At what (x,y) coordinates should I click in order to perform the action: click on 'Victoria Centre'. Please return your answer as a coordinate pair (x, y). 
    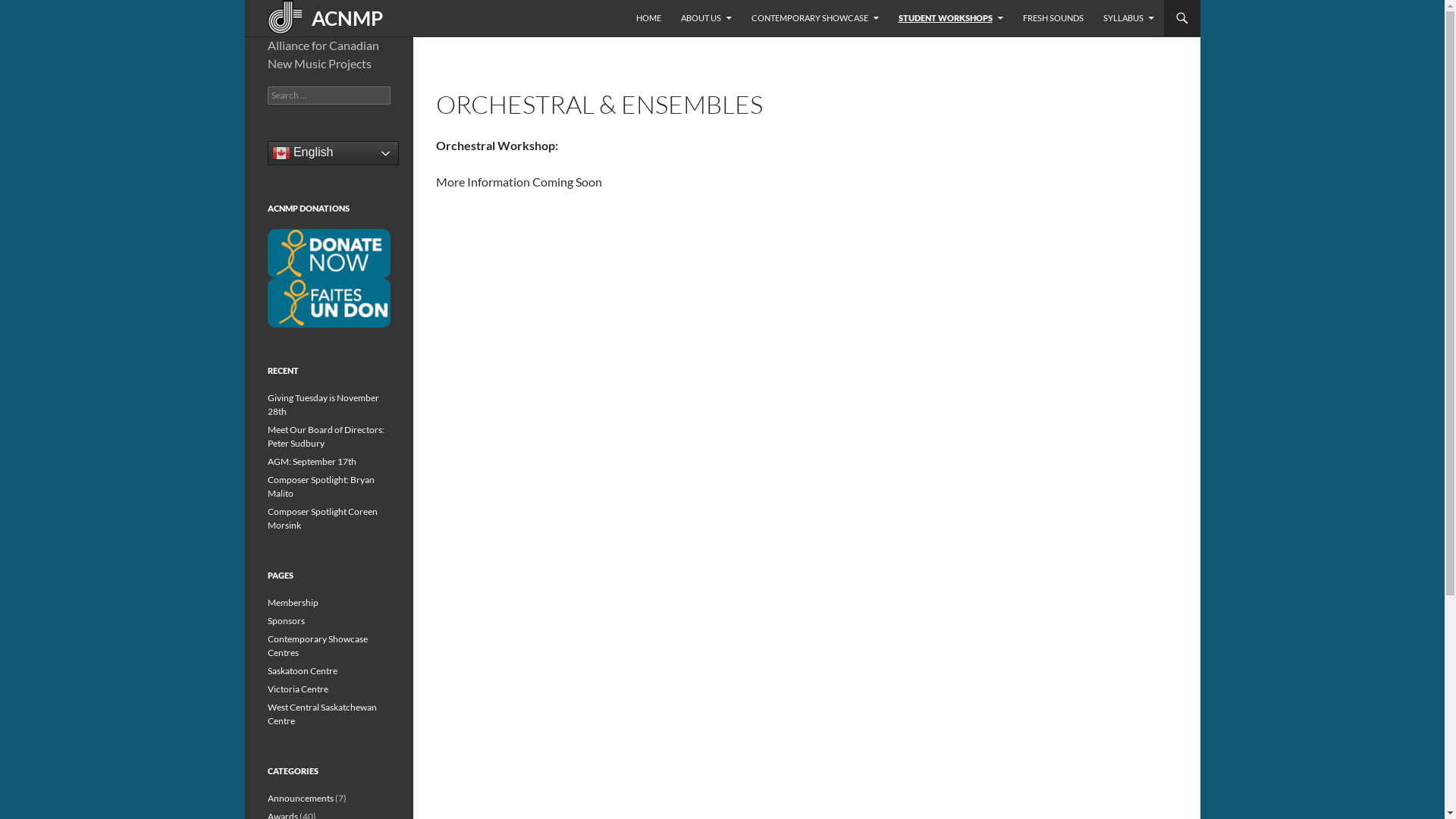
    Looking at the image, I should click on (297, 689).